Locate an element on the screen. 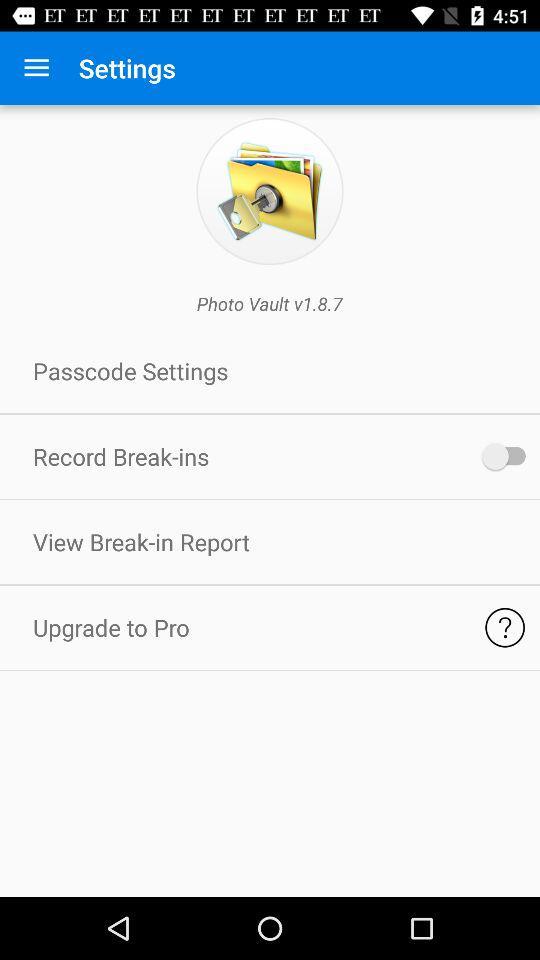  upgrade to pro is located at coordinates (504, 626).